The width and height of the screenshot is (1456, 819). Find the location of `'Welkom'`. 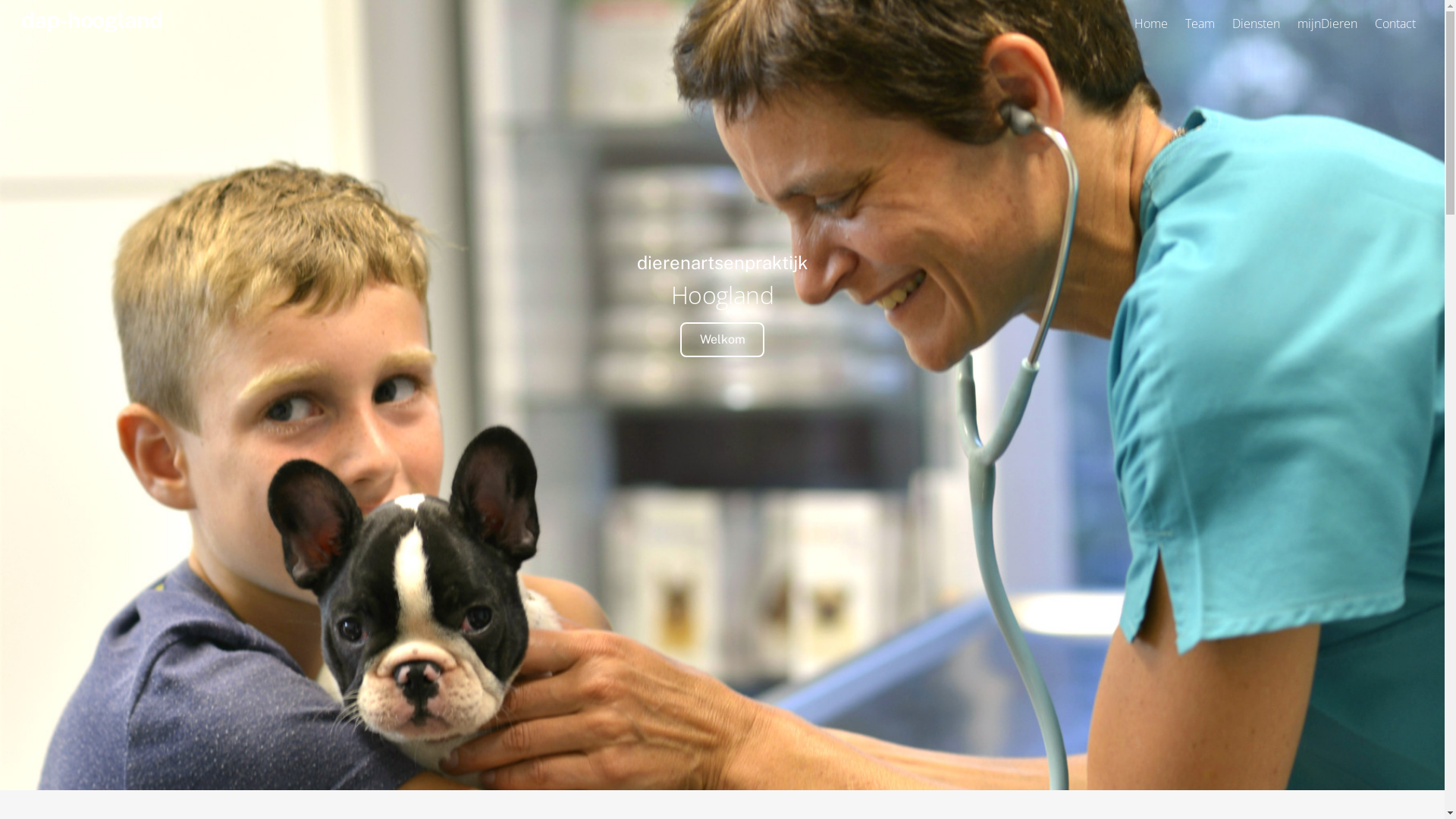

'Welkom' is located at coordinates (720, 338).